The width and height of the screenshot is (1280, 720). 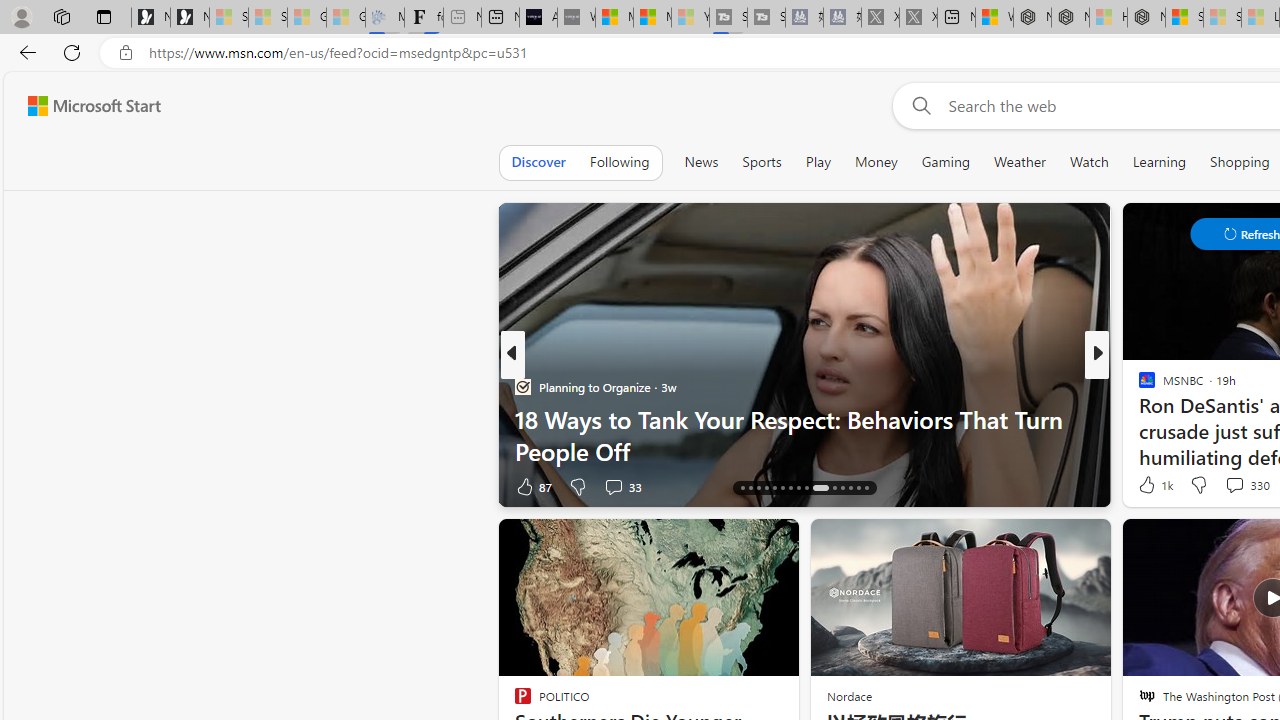 I want to click on 'Nordace', so click(x=848, y=695).